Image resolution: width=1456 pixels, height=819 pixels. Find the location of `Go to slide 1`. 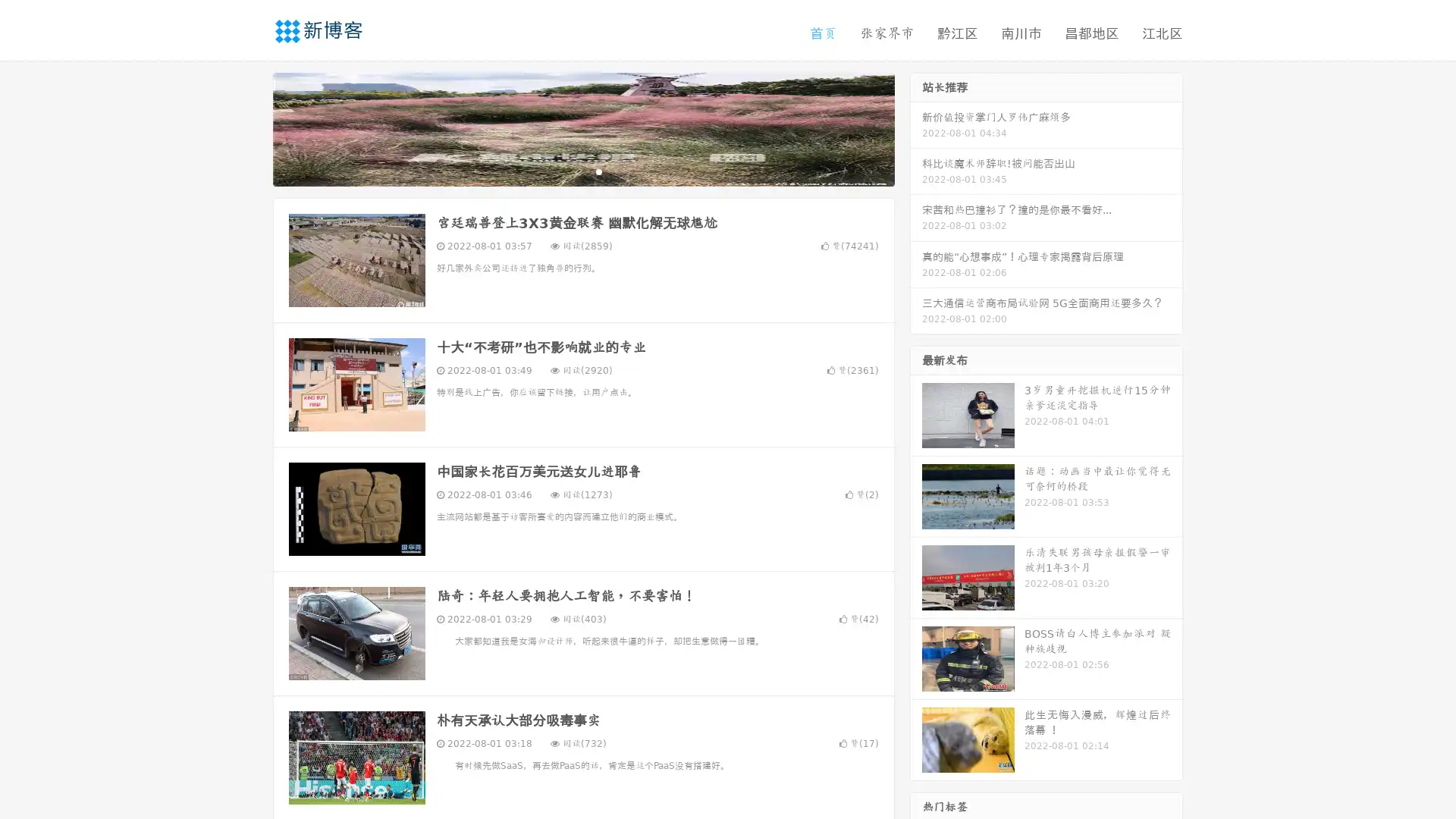

Go to slide 1 is located at coordinates (567, 171).